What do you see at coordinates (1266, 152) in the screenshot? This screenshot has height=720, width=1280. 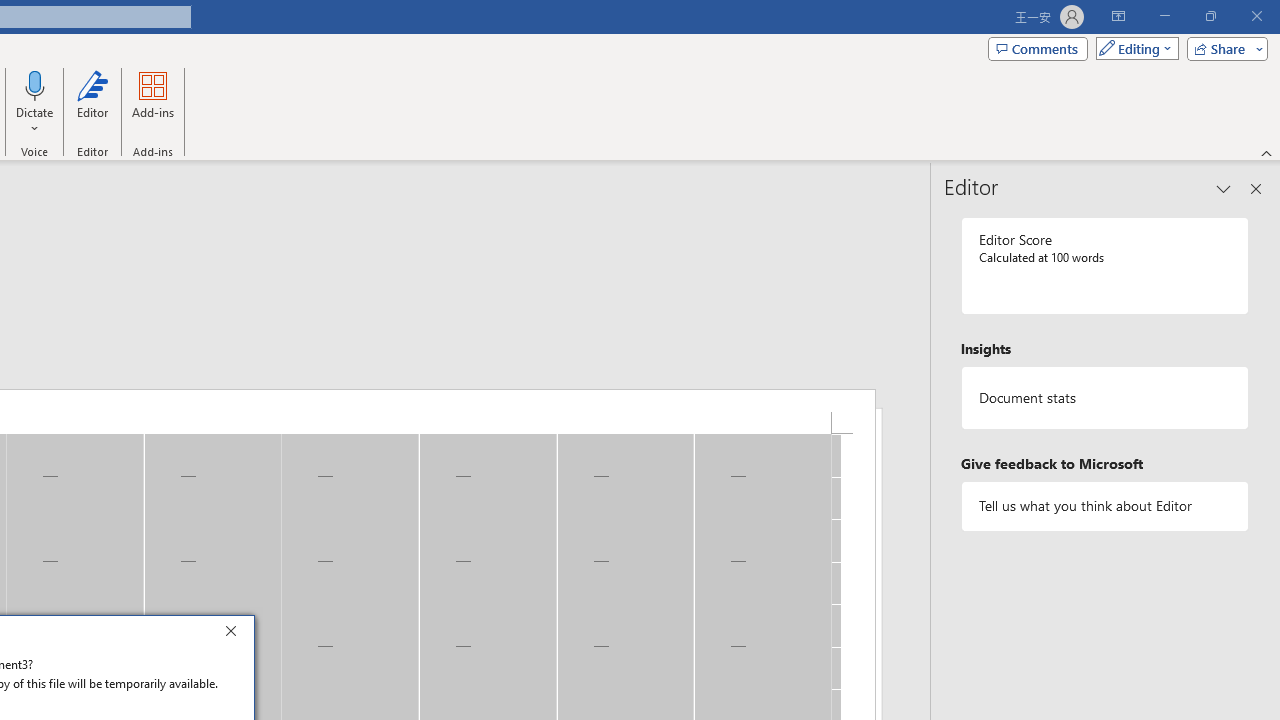 I see `'Collapse the Ribbon'` at bounding box center [1266, 152].